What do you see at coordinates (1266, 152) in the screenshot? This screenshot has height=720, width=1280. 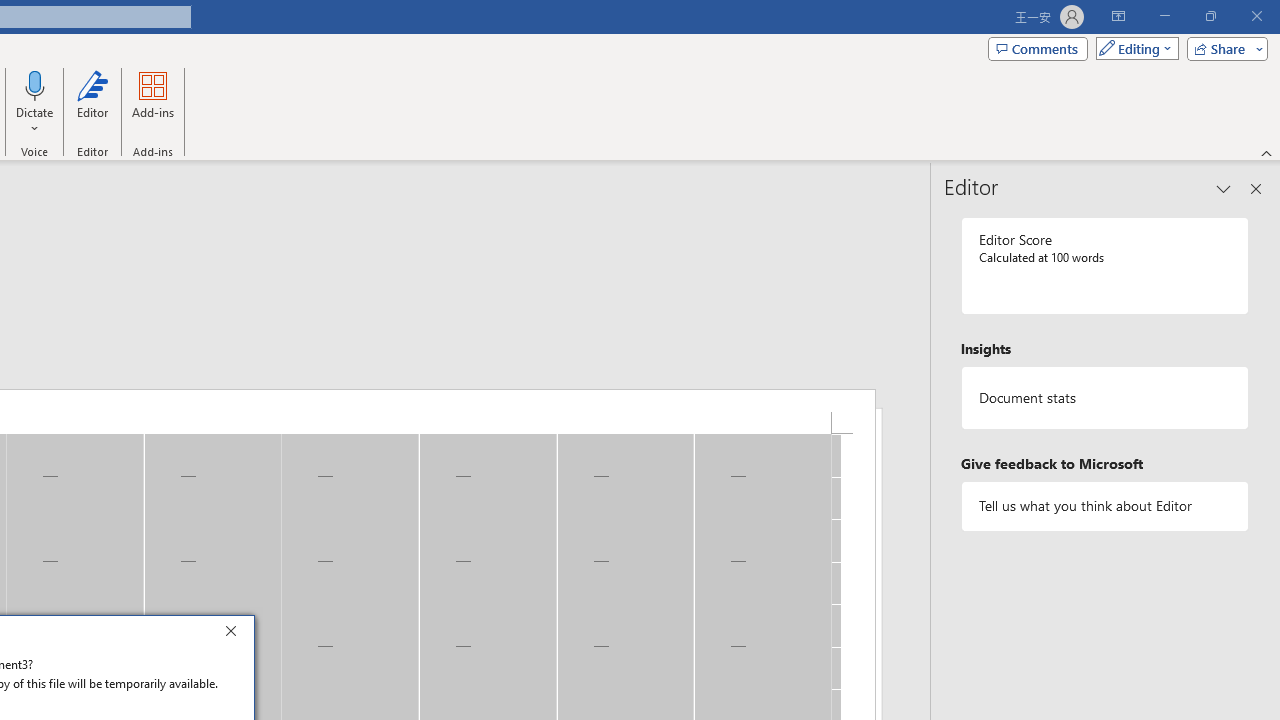 I see `'Collapse the Ribbon'` at bounding box center [1266, 152].